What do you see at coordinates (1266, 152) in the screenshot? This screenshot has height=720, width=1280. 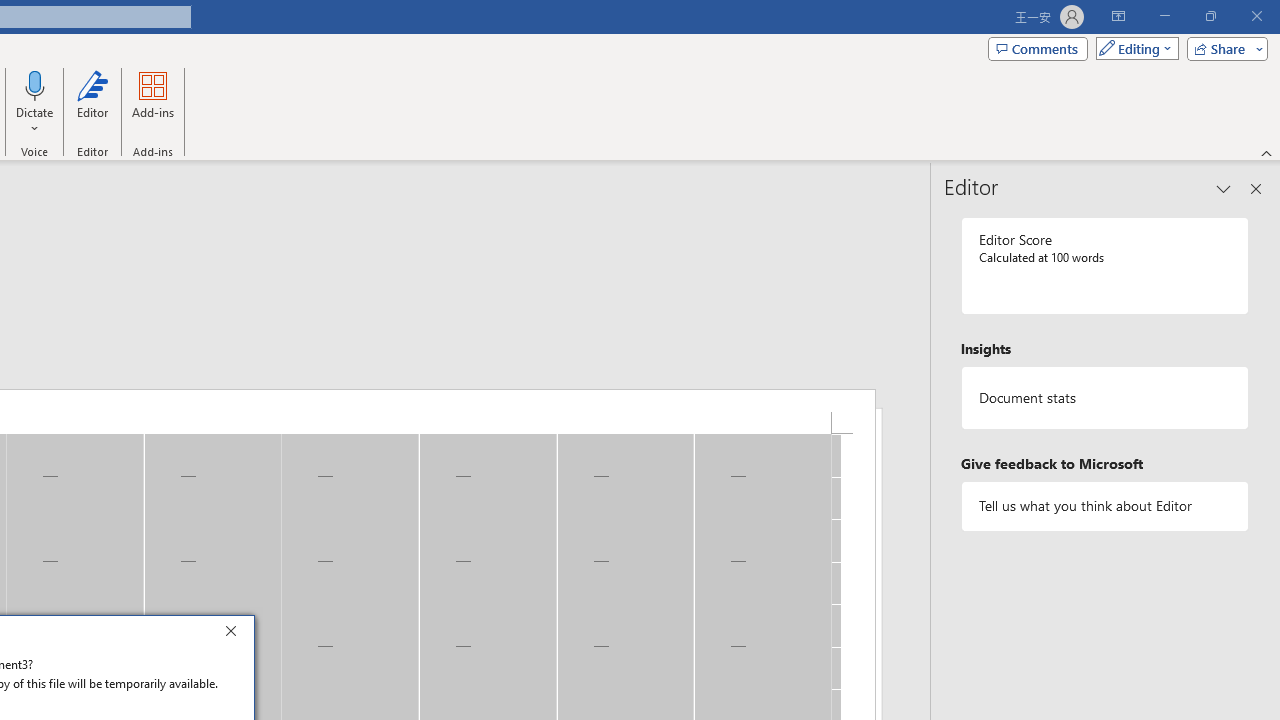 I see `'Collapse the Ribbon'` at bounding box center [1266, 152].